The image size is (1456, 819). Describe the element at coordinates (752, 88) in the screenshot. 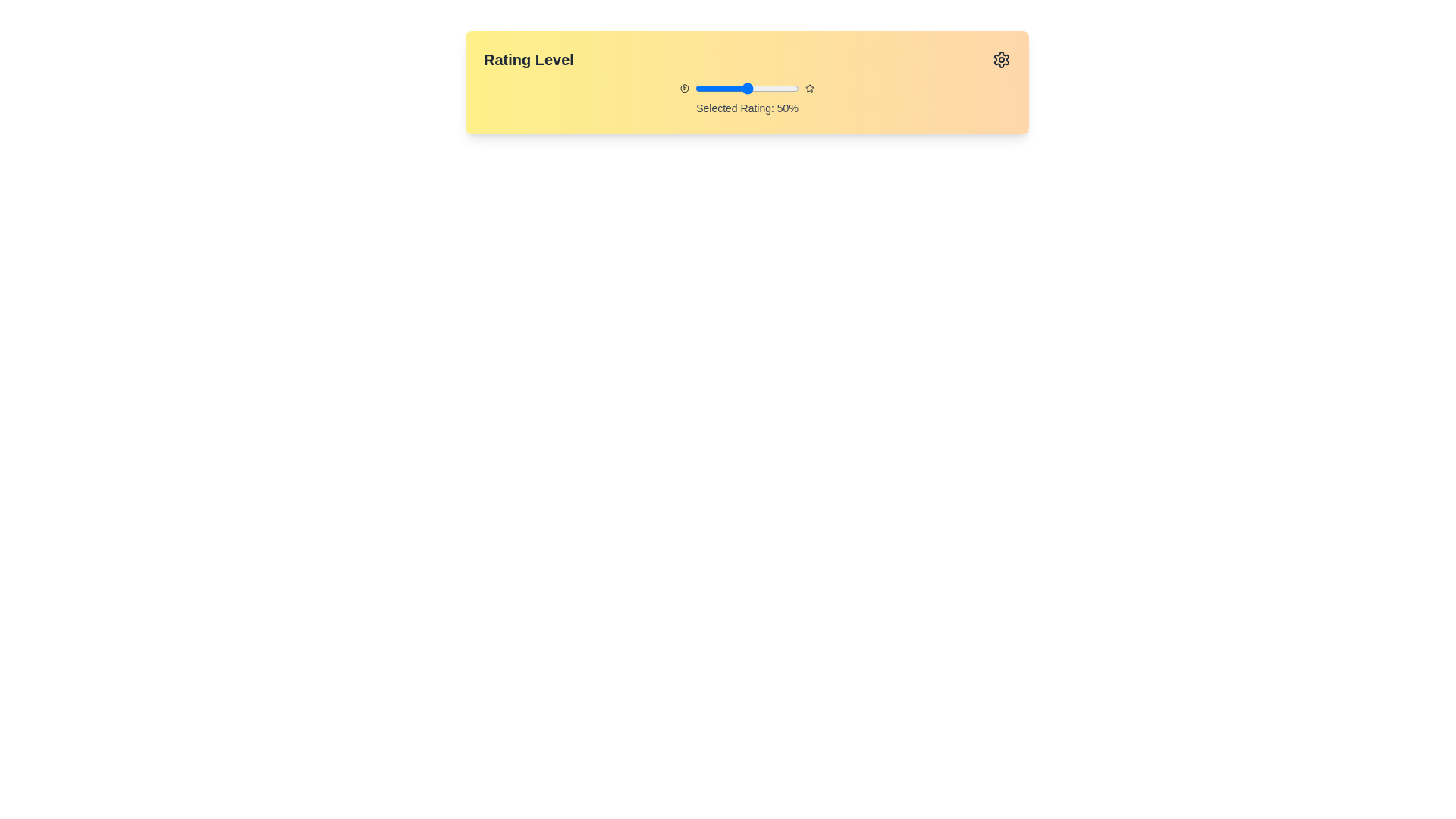

I see `the slider` at that location.